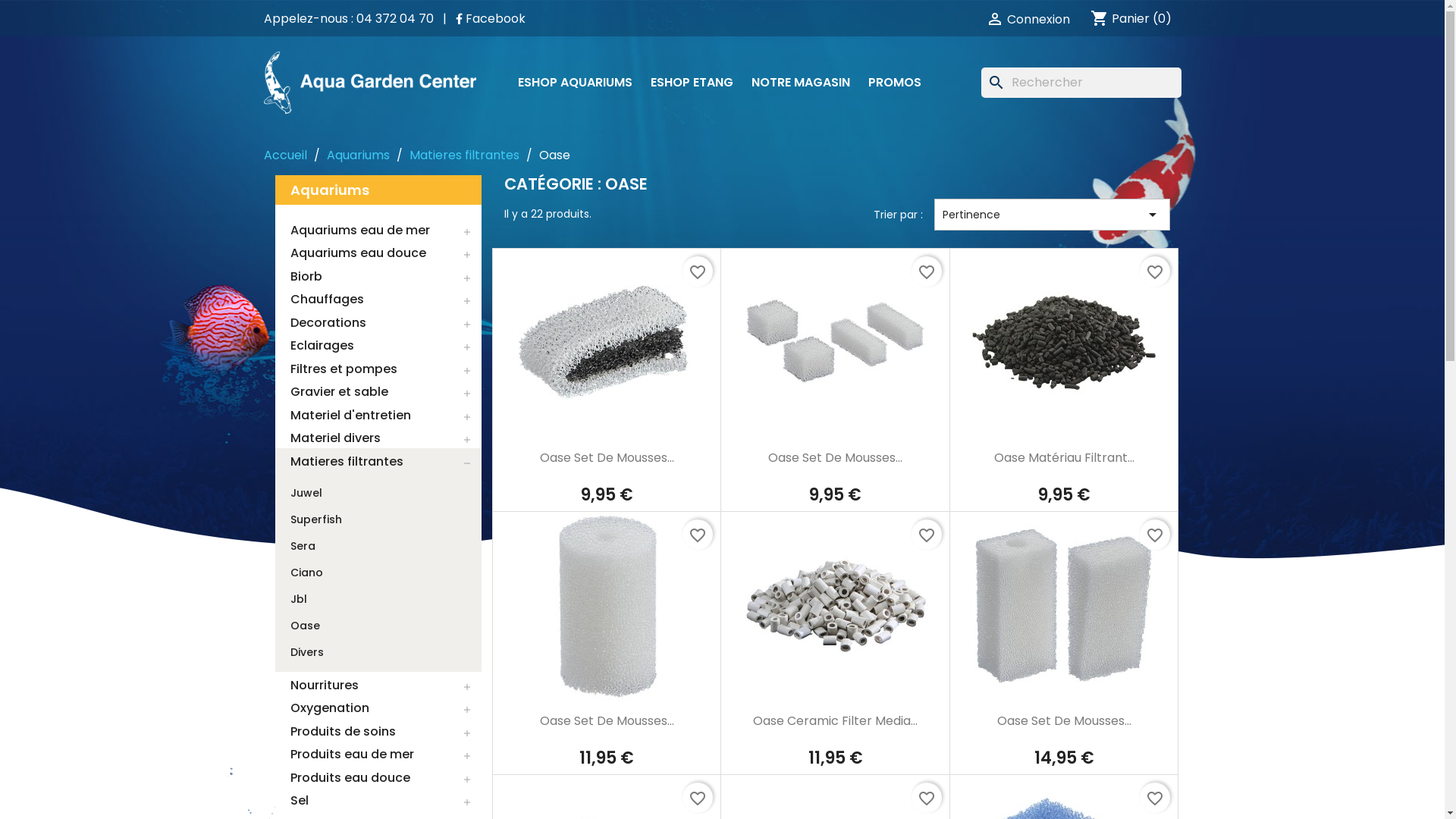 This screenshot has width=1456, height=819. What do you see at coordinates (378, 346) in the screenshot?
I see `'Eclairages'` at bounding box center [378, 346].